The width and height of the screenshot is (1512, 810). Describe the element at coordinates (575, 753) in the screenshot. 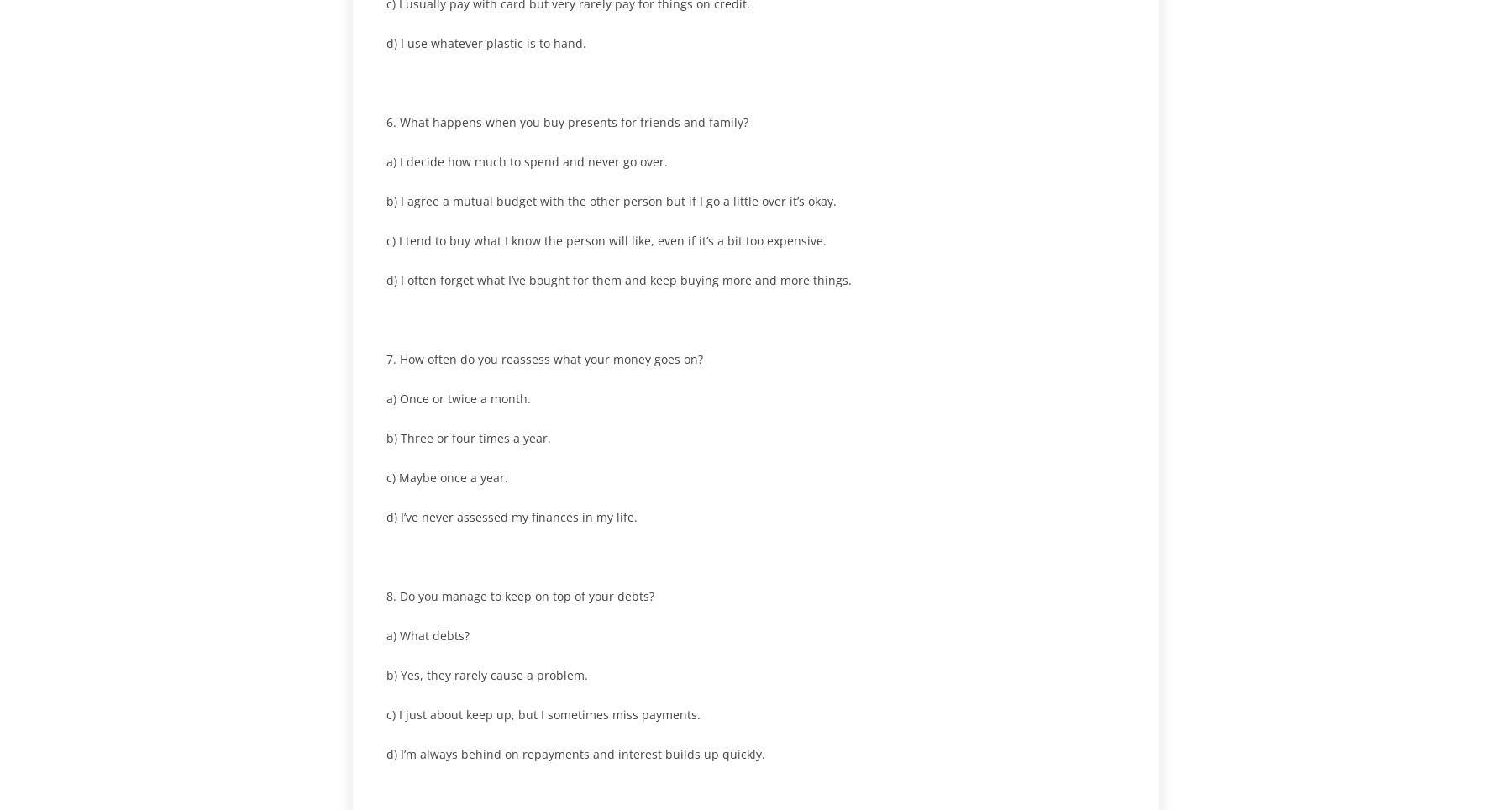

I see `'d) I’m always behind on repayments and interest builds up quickly.'` at that location.